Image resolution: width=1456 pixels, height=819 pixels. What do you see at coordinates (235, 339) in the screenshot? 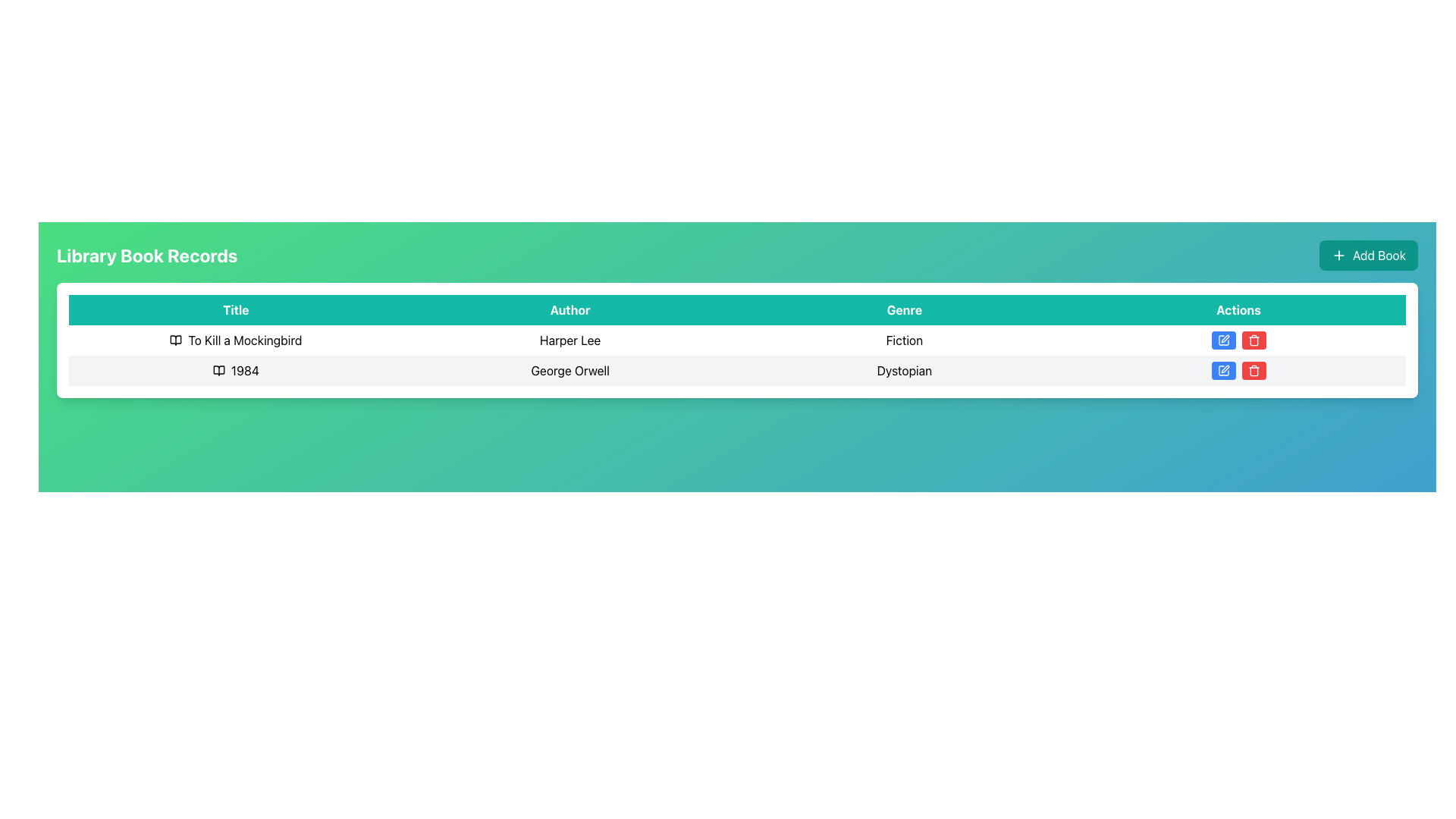
I see `text 'To Kill a Mockingbird' accompanied by an open book icon located in the first cell under the 'Title' column of the first row in the book records table` at bounding box center [235, 339].